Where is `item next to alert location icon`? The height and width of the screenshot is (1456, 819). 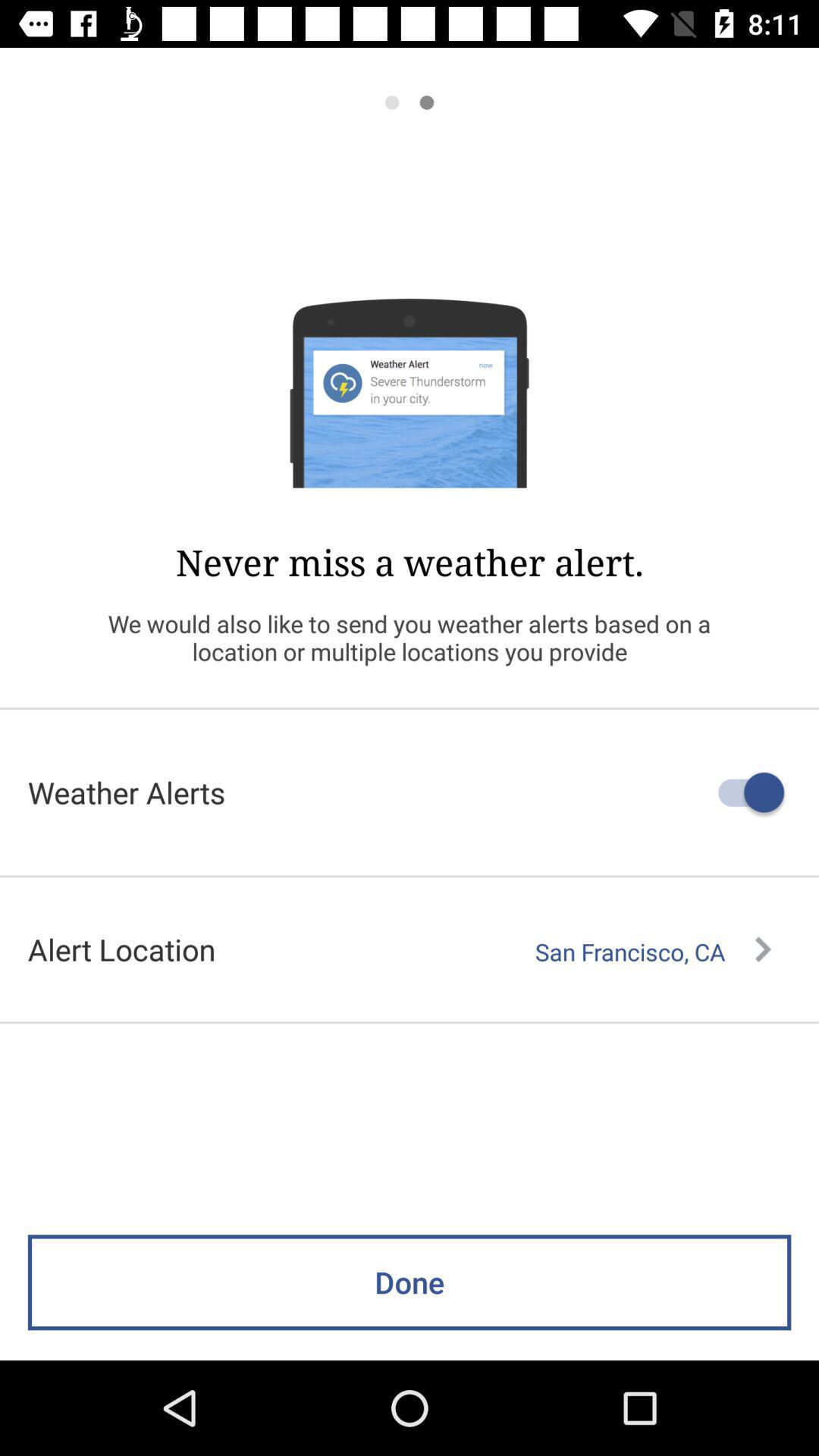
item next to alert location icon is located at coordinates (652, 951).